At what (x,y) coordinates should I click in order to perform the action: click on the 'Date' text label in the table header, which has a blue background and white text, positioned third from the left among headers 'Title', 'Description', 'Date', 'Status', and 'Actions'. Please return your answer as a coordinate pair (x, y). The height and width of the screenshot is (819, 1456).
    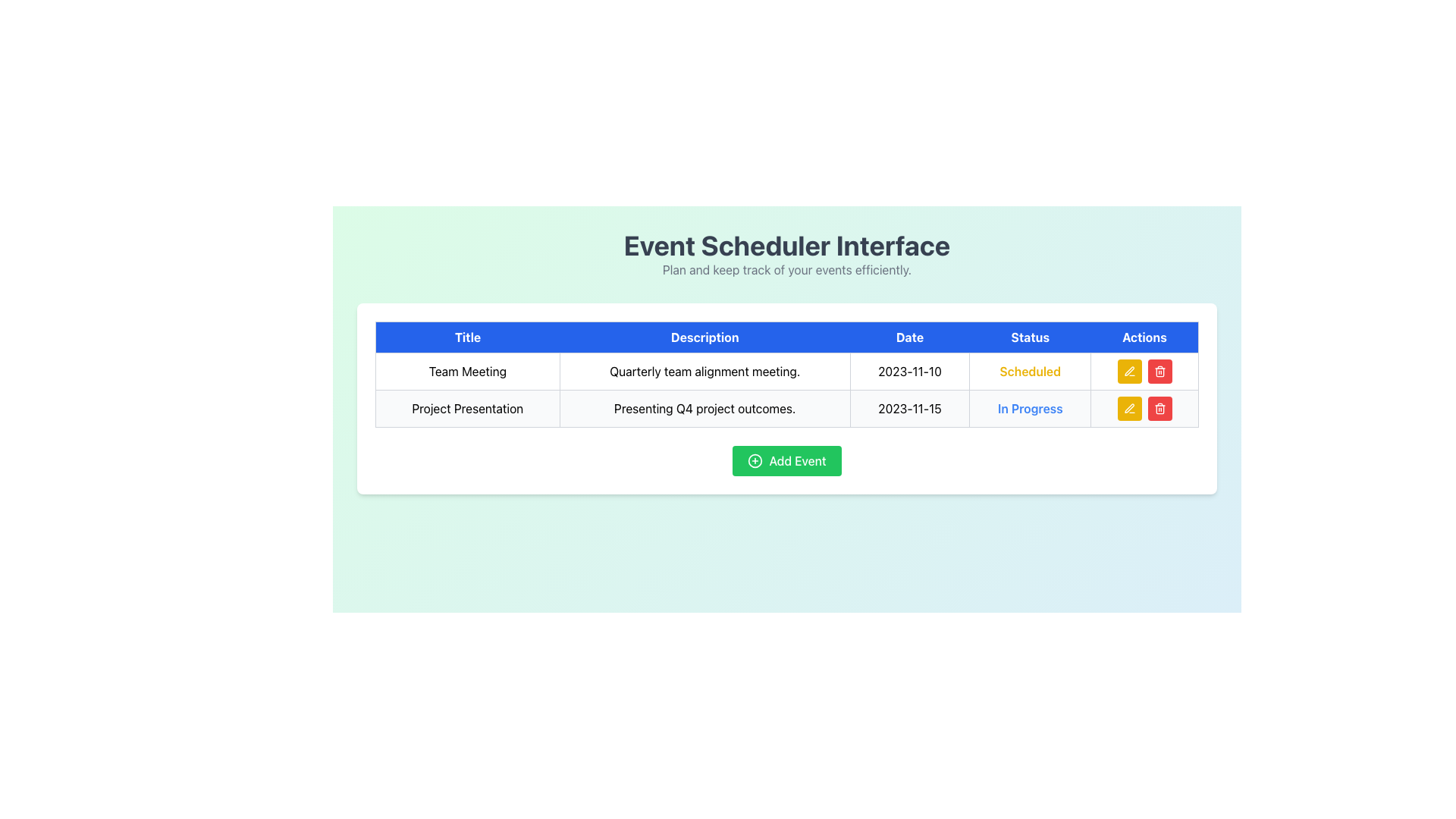
    Looking at the image, I should click on (910, 336).